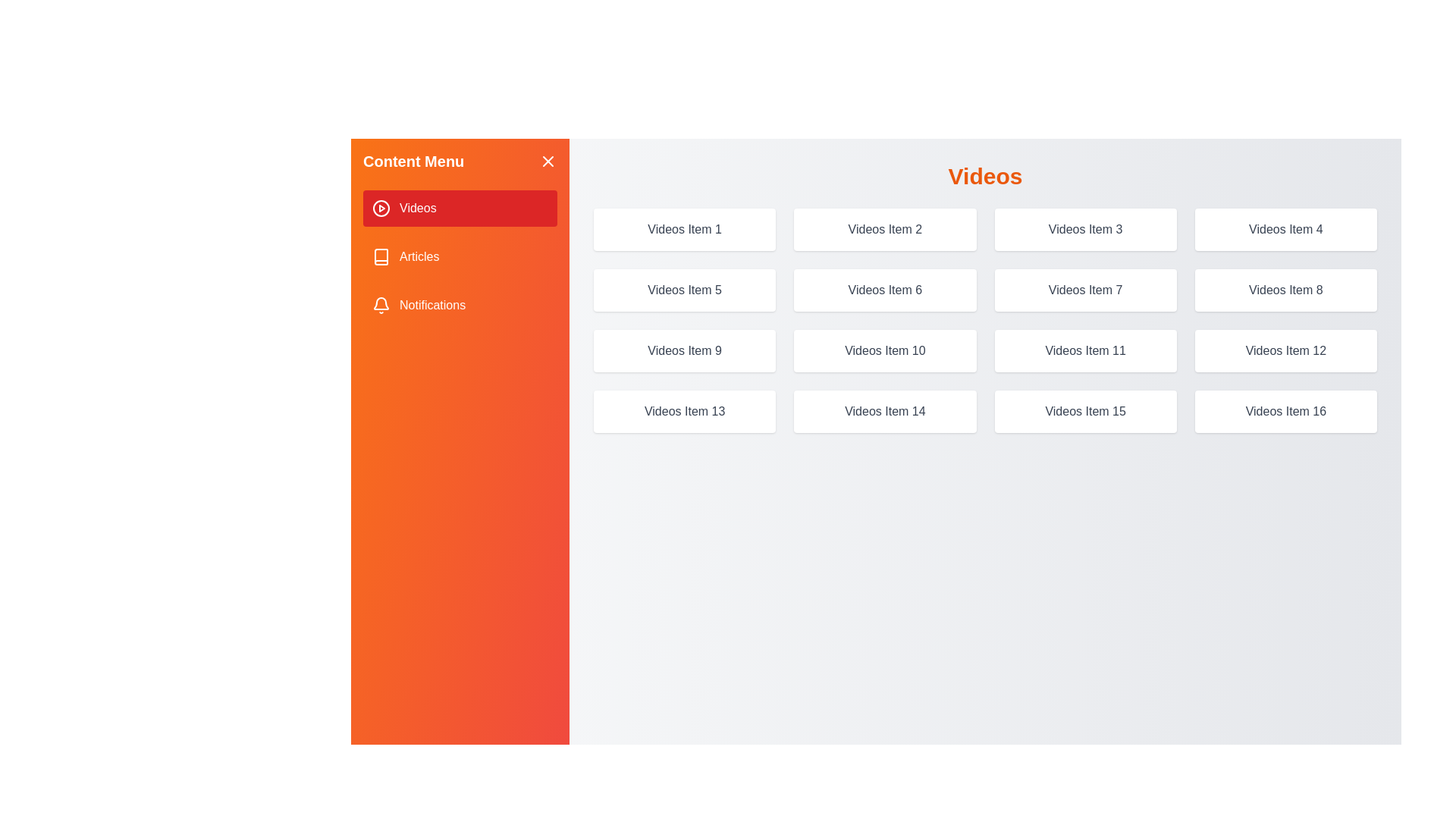 This screenshot has height=819, width=1456. Describe the element at coordinates (459, 208) in the screenshot. I see `the category Videos from the drawer menu` at that location.